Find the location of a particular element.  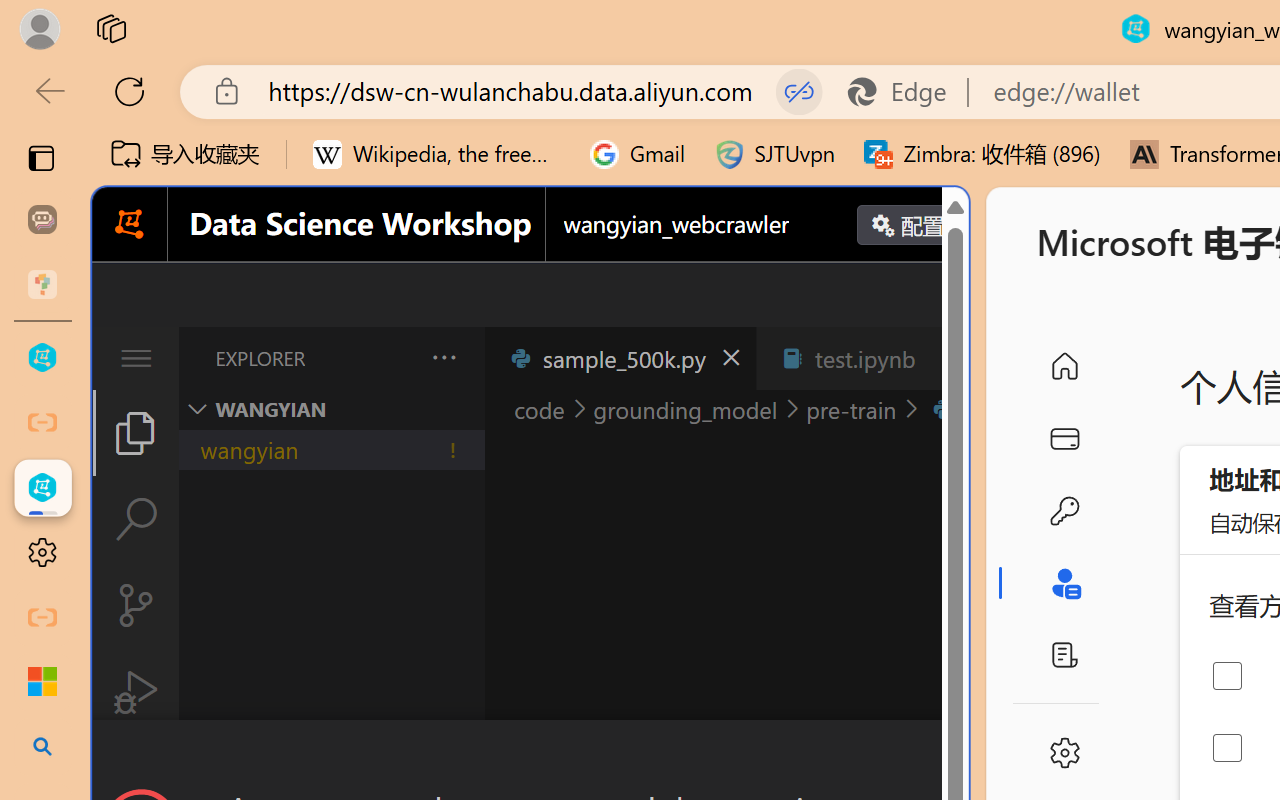

'Views and More Actions...' is located at coordinates (441, 357).